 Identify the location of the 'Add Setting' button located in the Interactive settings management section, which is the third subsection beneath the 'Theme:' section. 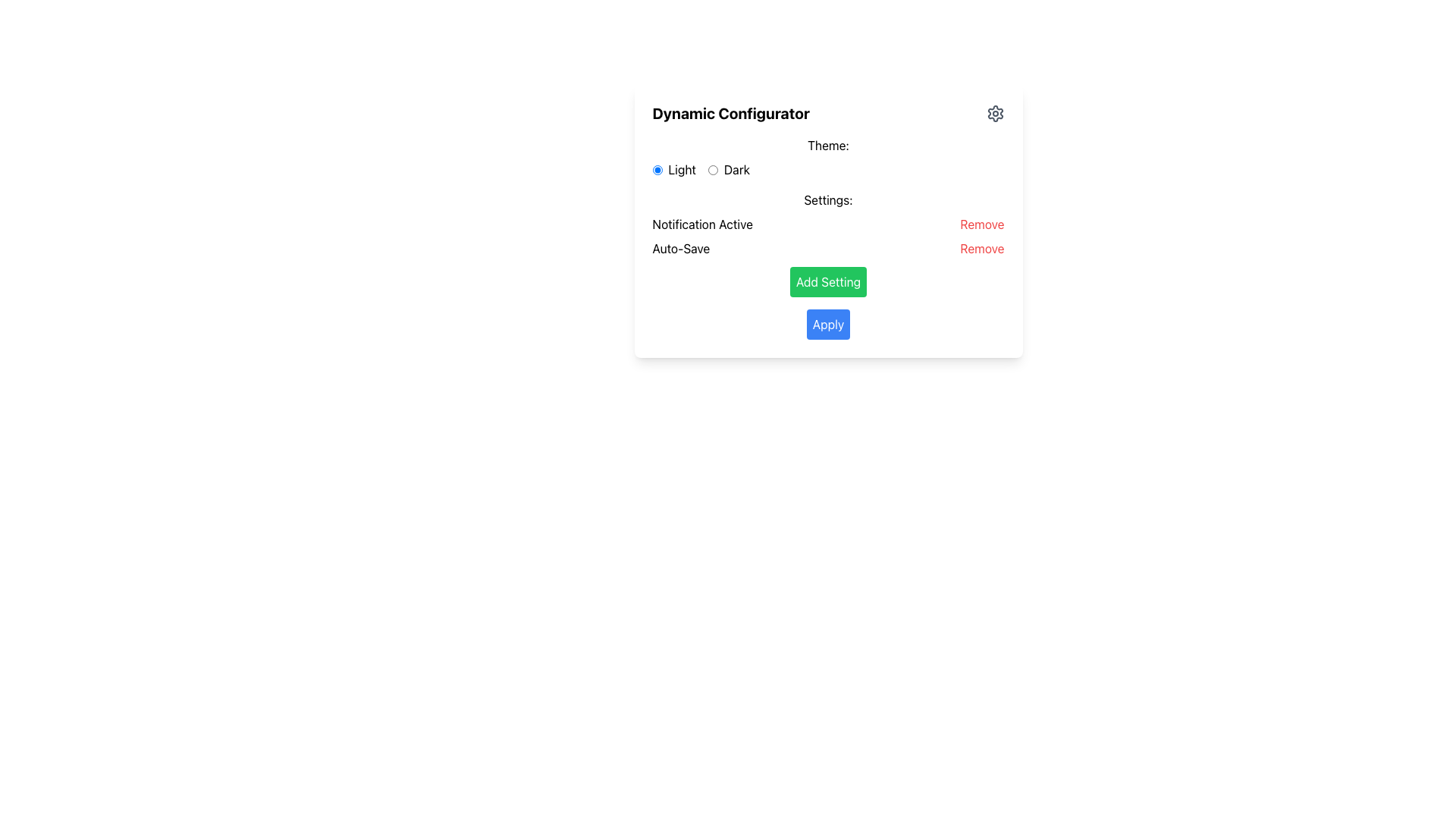
(827, 243).